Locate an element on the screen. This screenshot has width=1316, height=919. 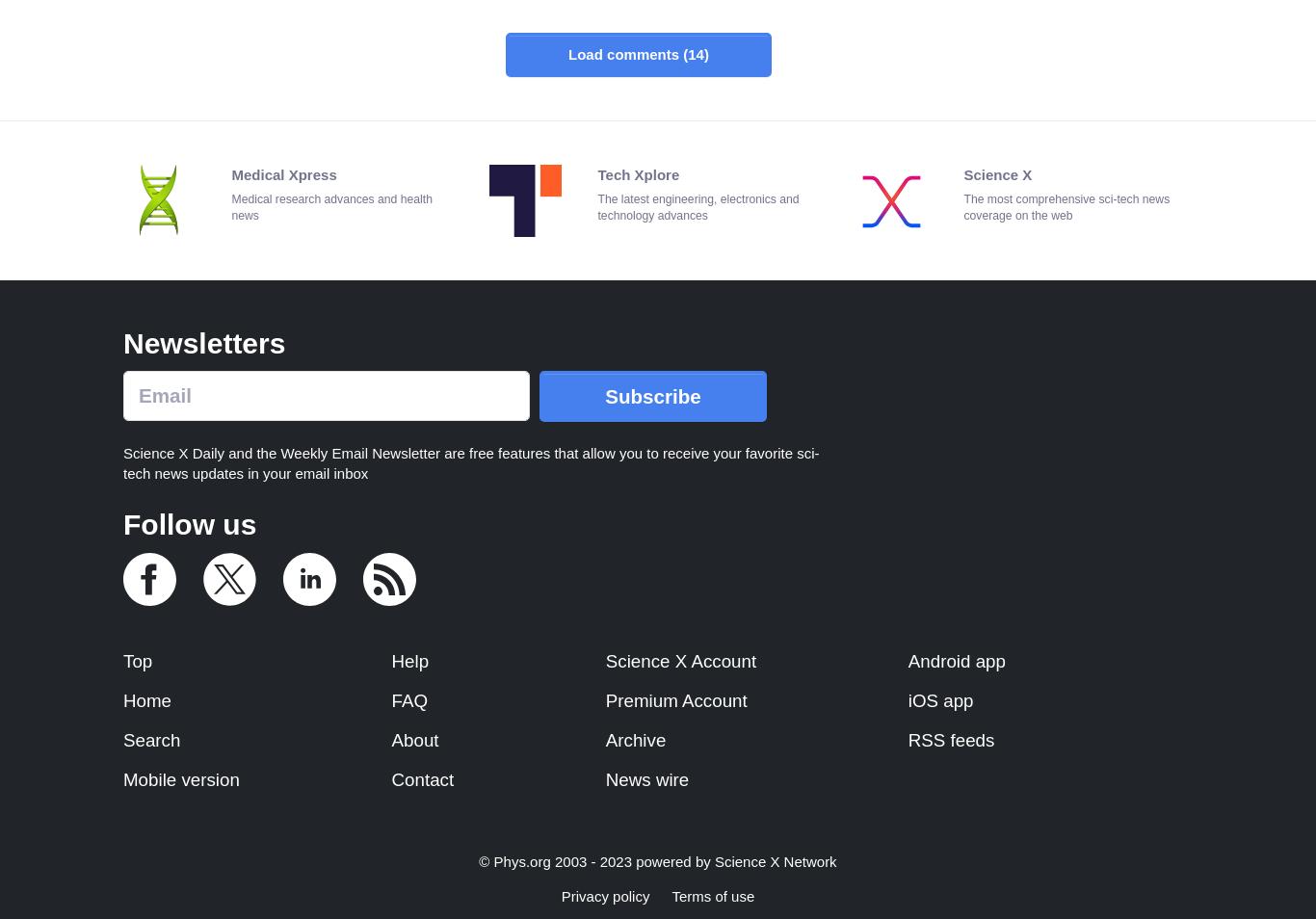
'Medical research advances and health news' is located at coordinates (329, 206).